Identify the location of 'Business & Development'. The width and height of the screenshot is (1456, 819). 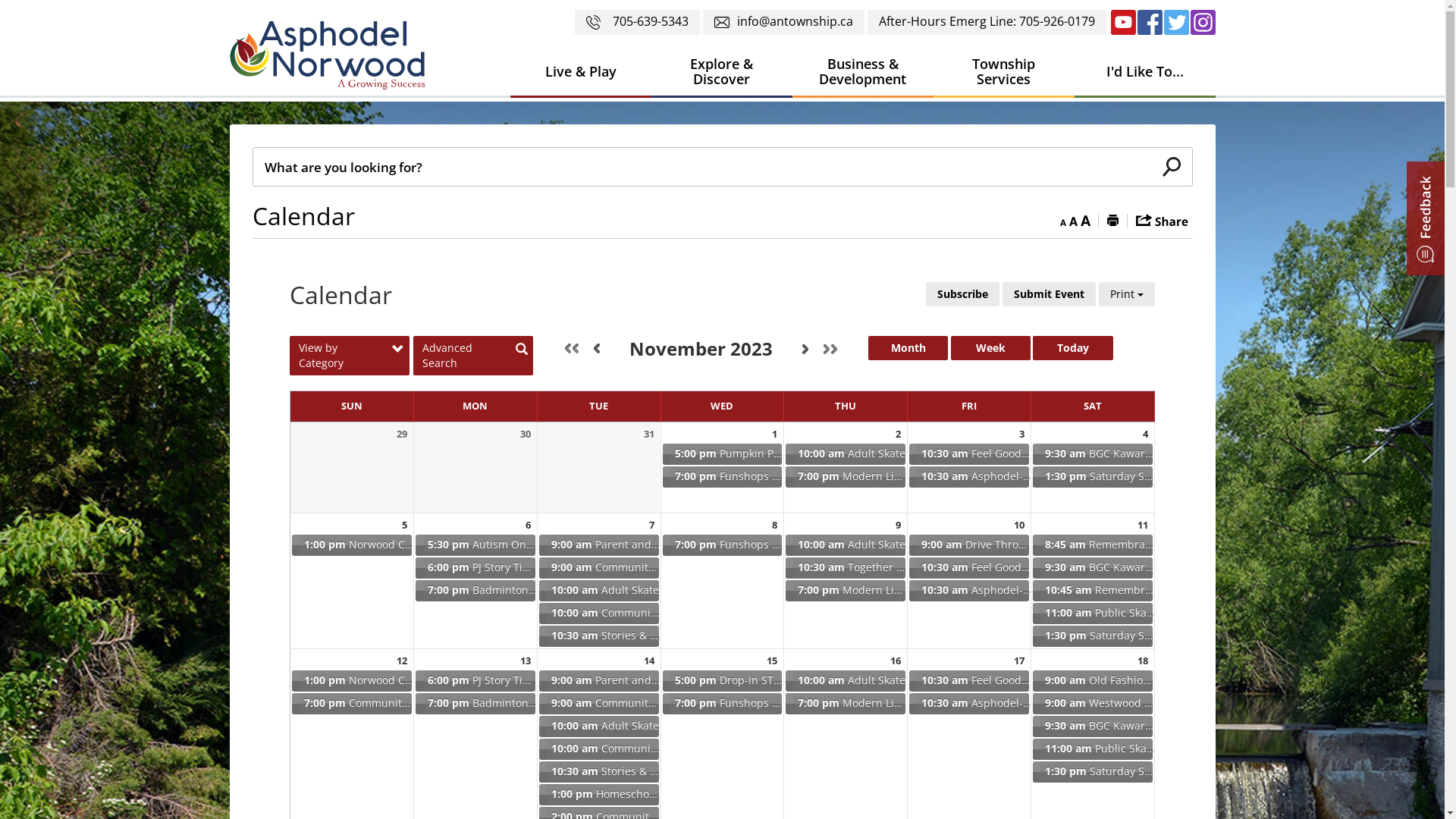
(862, 72).